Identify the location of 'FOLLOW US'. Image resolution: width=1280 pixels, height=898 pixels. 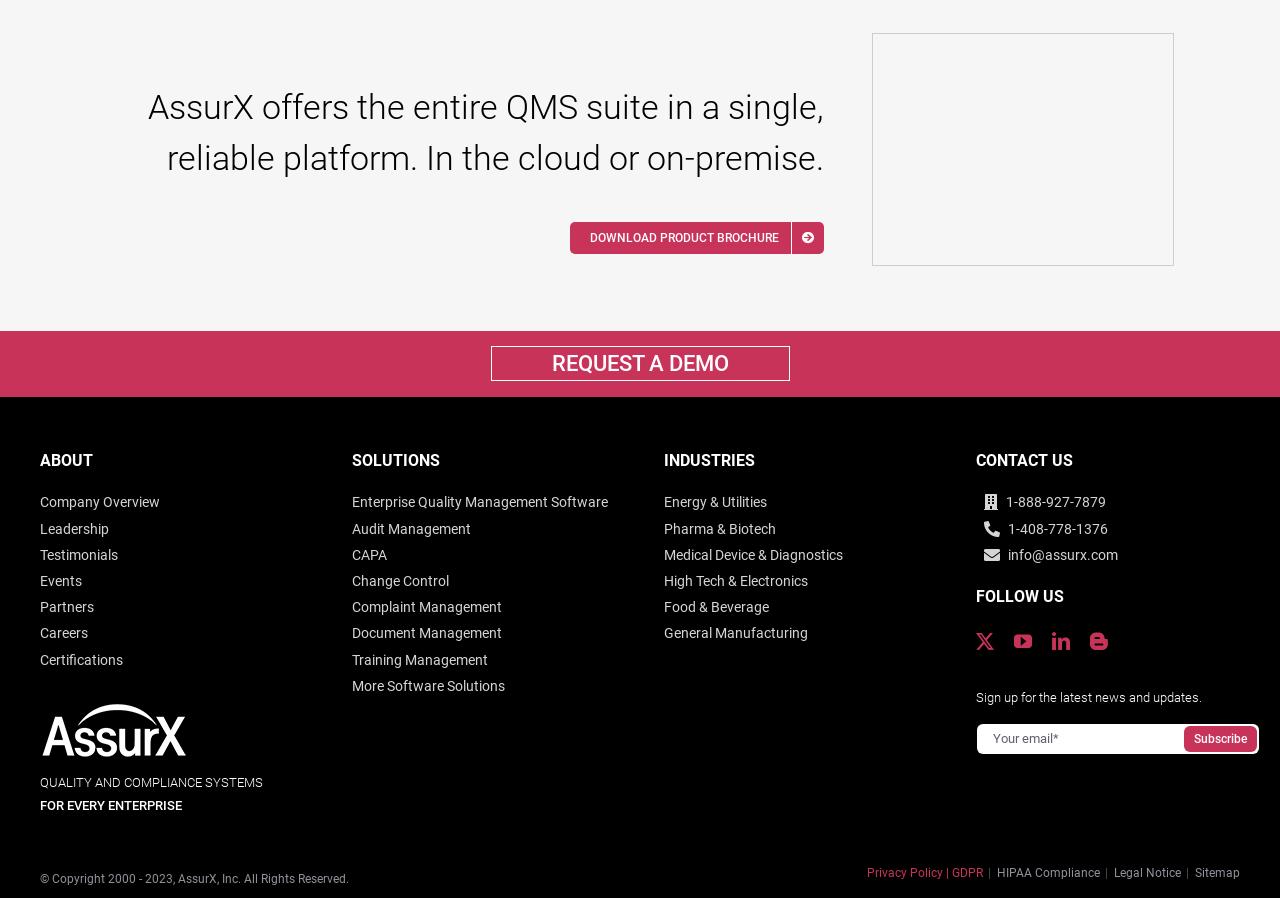
(1019, 595).